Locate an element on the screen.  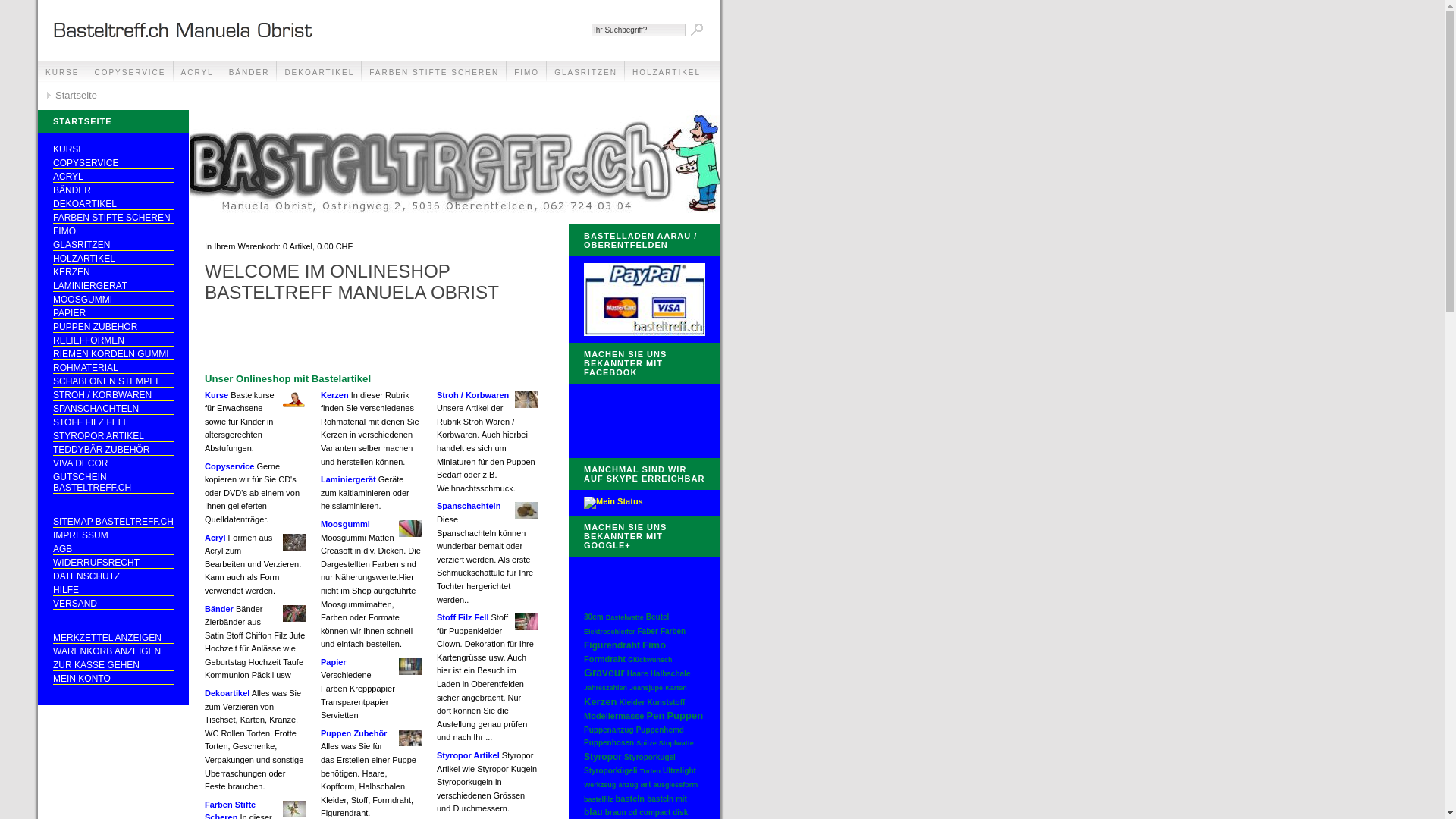
'Moosgummi' is located at coordinates (344, 522).